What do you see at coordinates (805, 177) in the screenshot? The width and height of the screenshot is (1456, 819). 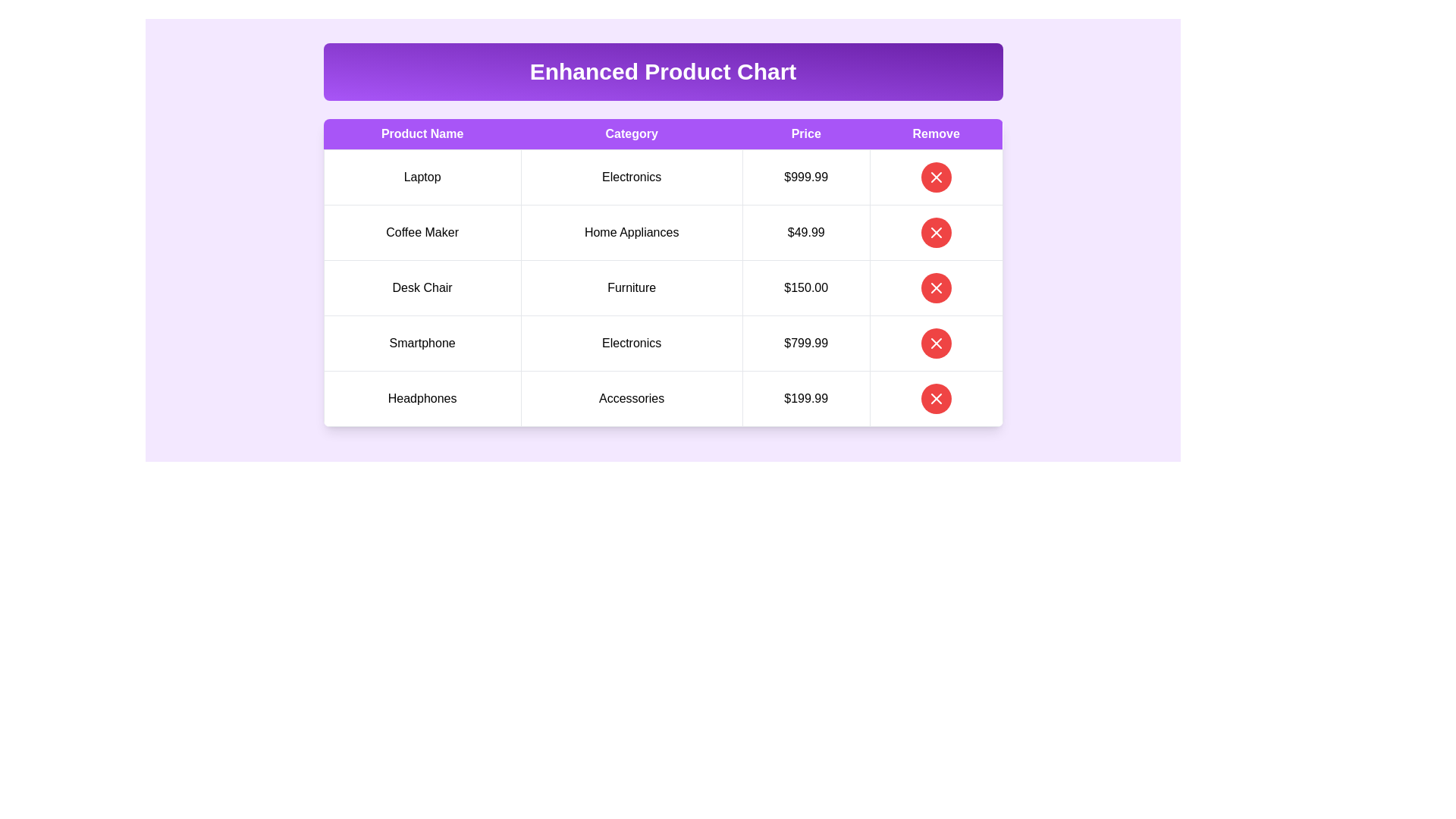 I see `the Text Label displaying the price of the product 'Laptop', located in the third column of the first row under the 'Price' header` at bounding box center [805, 177].